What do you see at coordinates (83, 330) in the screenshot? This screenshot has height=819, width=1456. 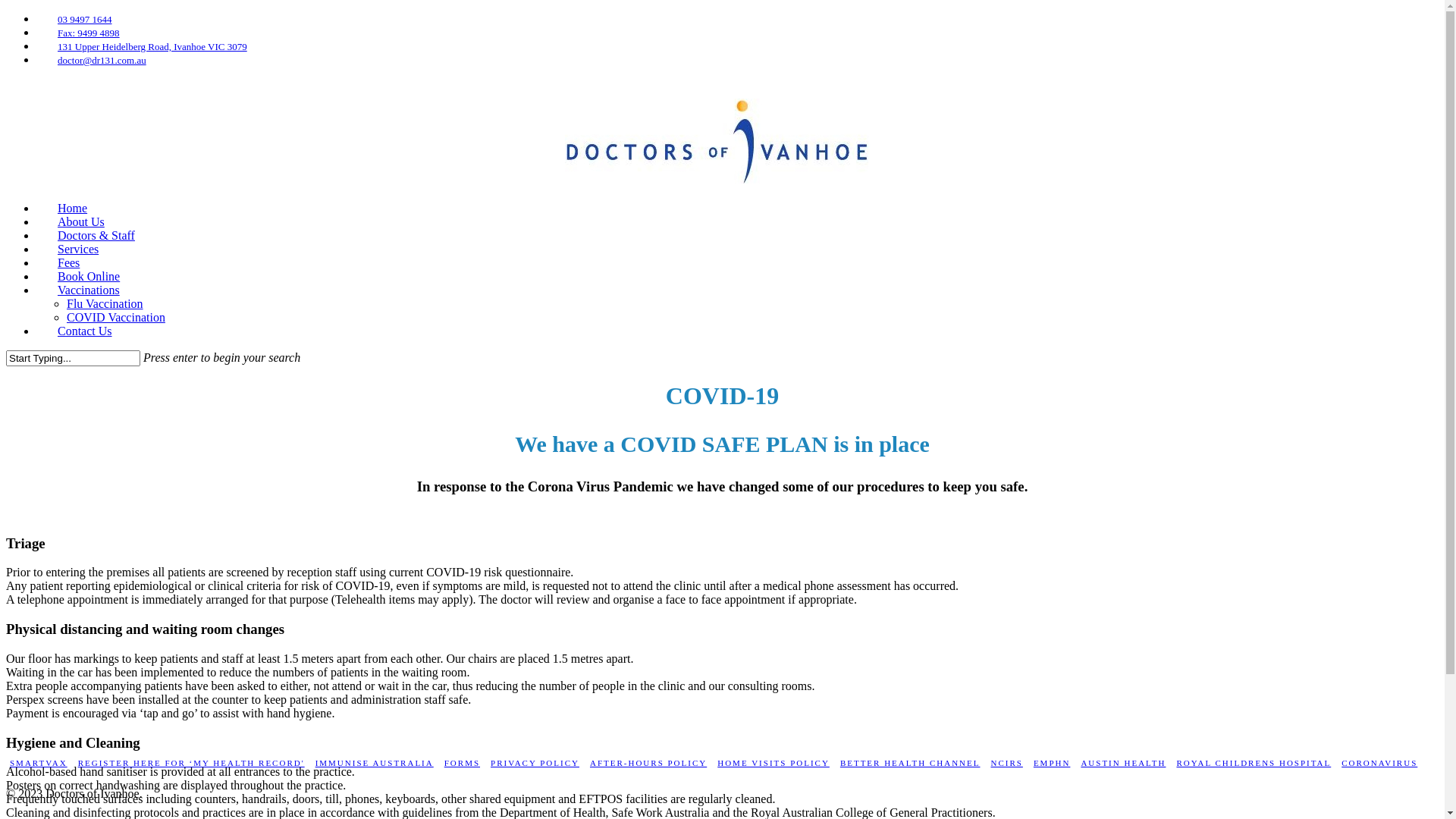 I see `'Contact Us'` at bounding box center [83, 330].